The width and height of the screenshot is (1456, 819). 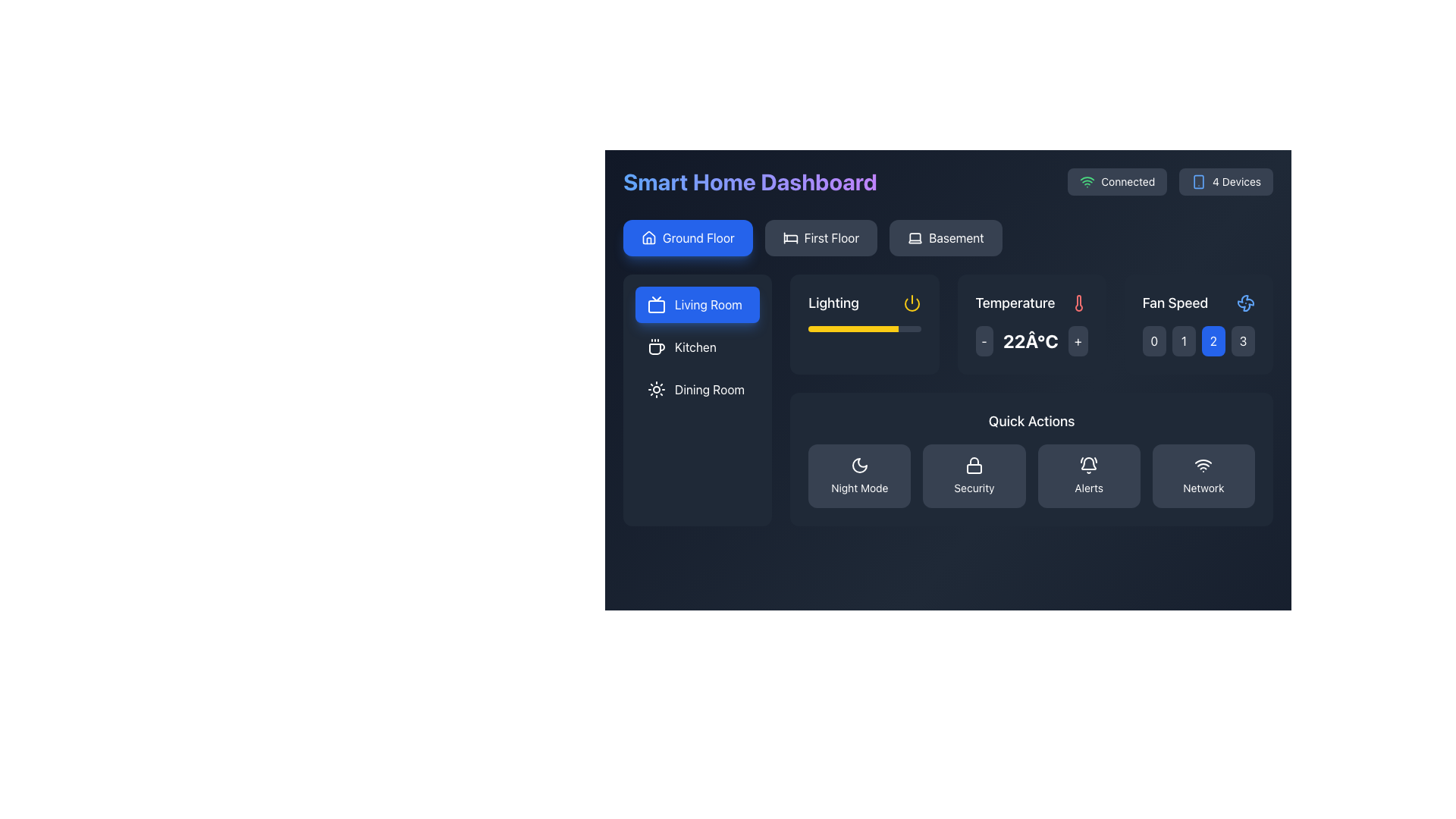 I want to click on the crescent moon icon located above the 'Night Mode' text label in the 'Quick Actions' section, so click(x=859, y=464).